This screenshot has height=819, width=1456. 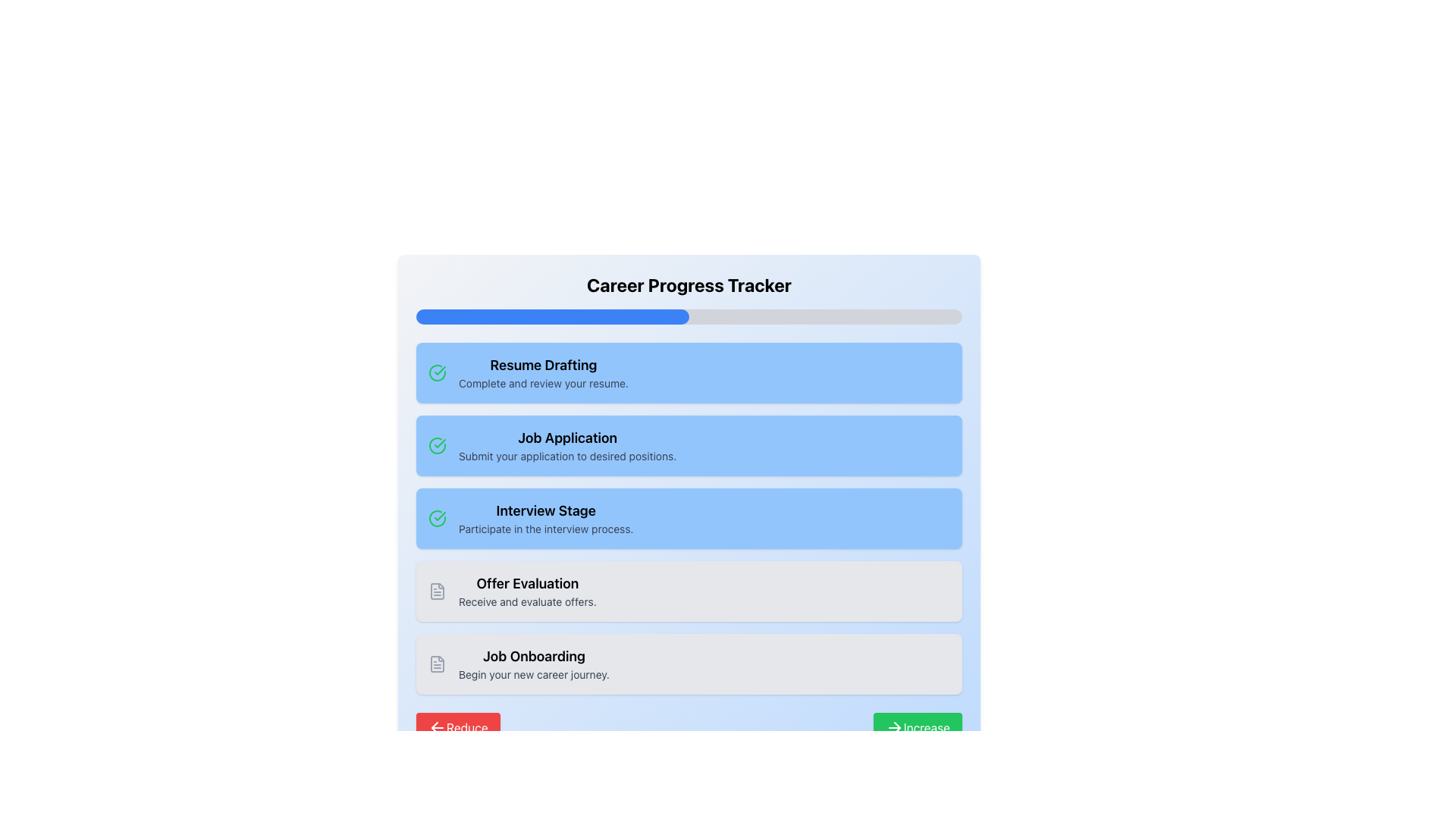 What do you see at coordinates (546, 511) in the screenshot?
I see `header text 'Interview Stage' in the career progress tracker interface, which is located in the third section above the description text` at bounding box center [546, 511].